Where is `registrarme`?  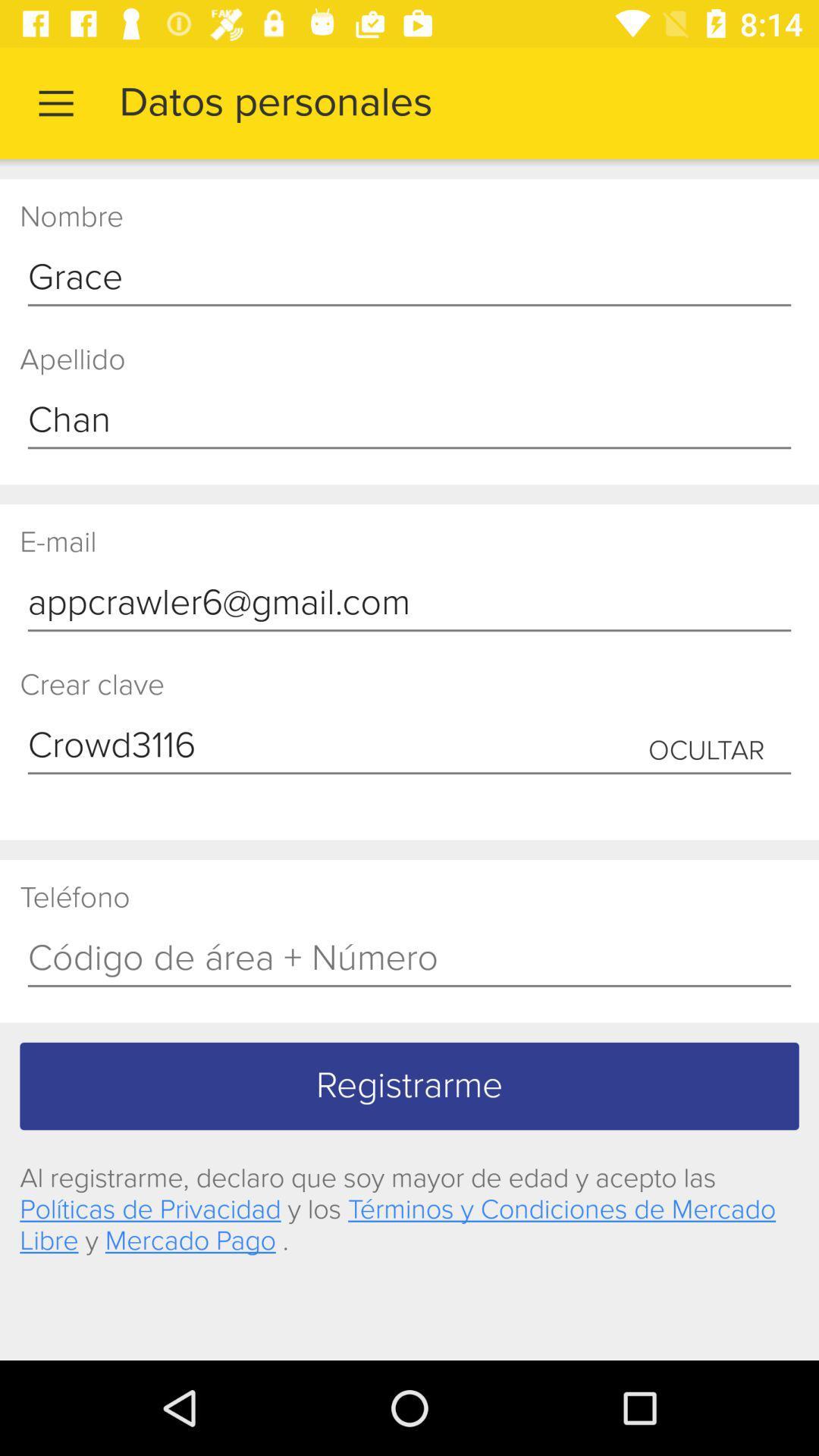 registrarme is located at coordinates (409, 1085).